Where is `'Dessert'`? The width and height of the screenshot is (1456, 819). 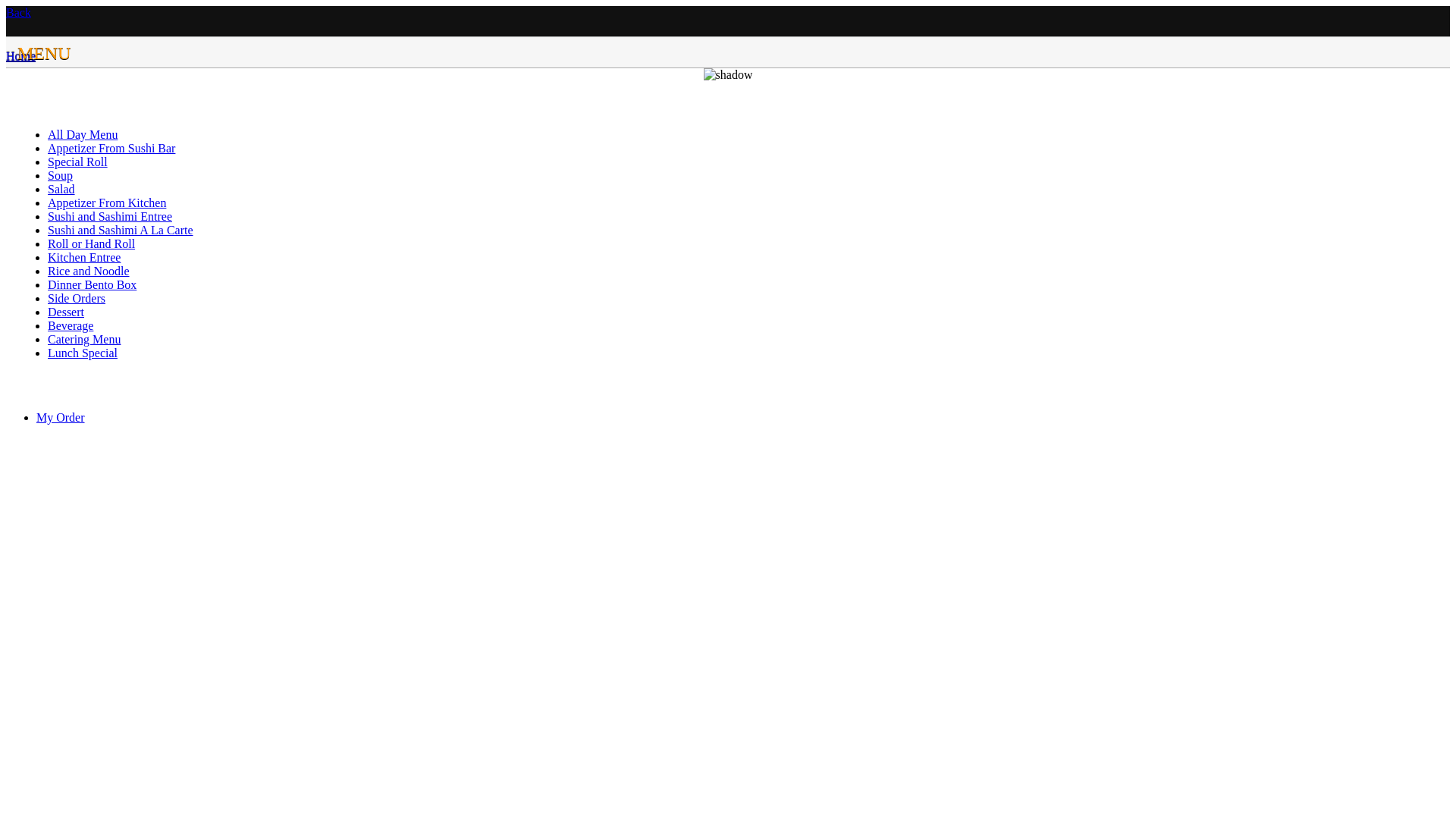
'Dessert' is located at coordinates (47, 311).